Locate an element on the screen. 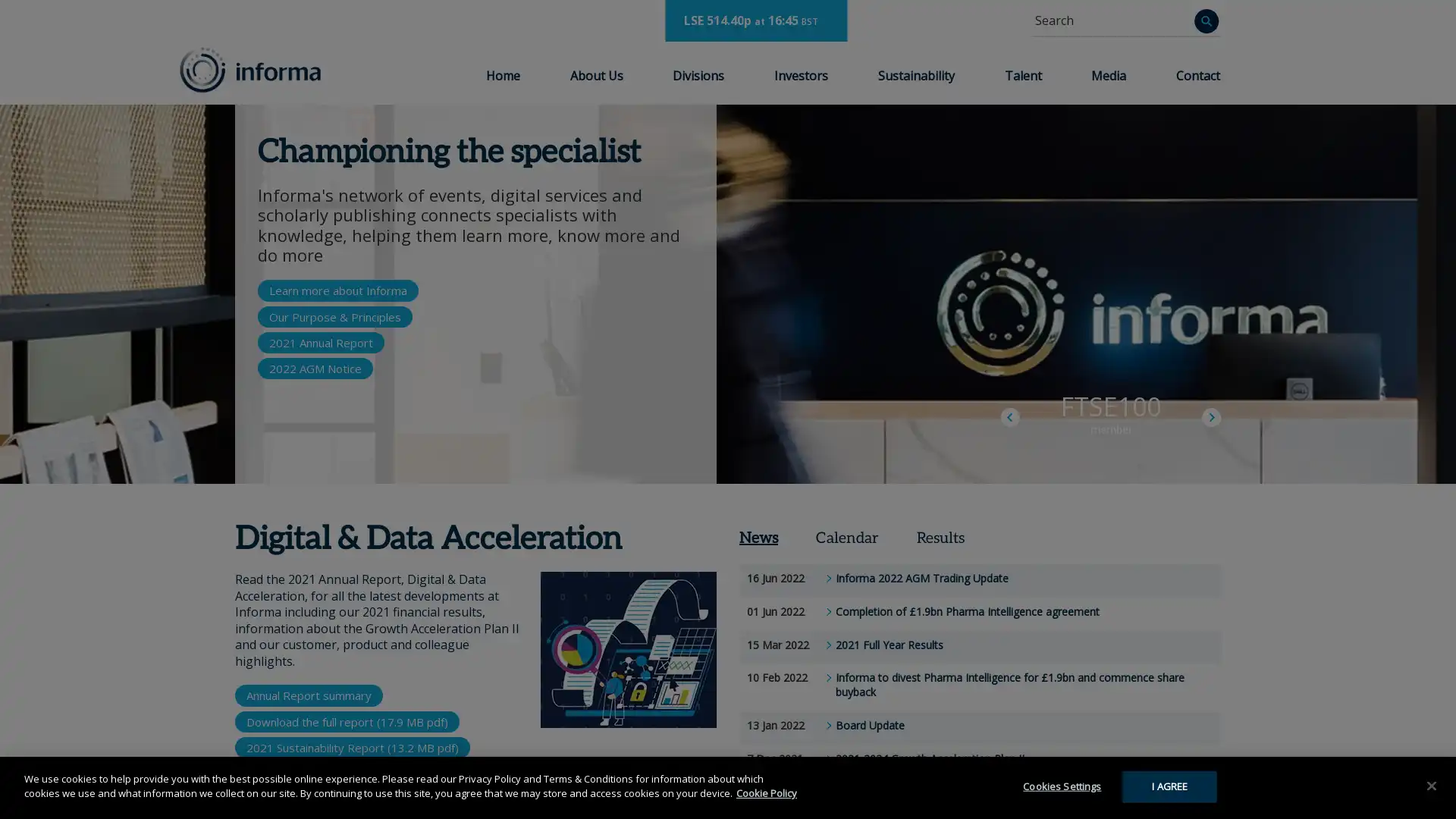  Search is located at coordinates (1206, 21).